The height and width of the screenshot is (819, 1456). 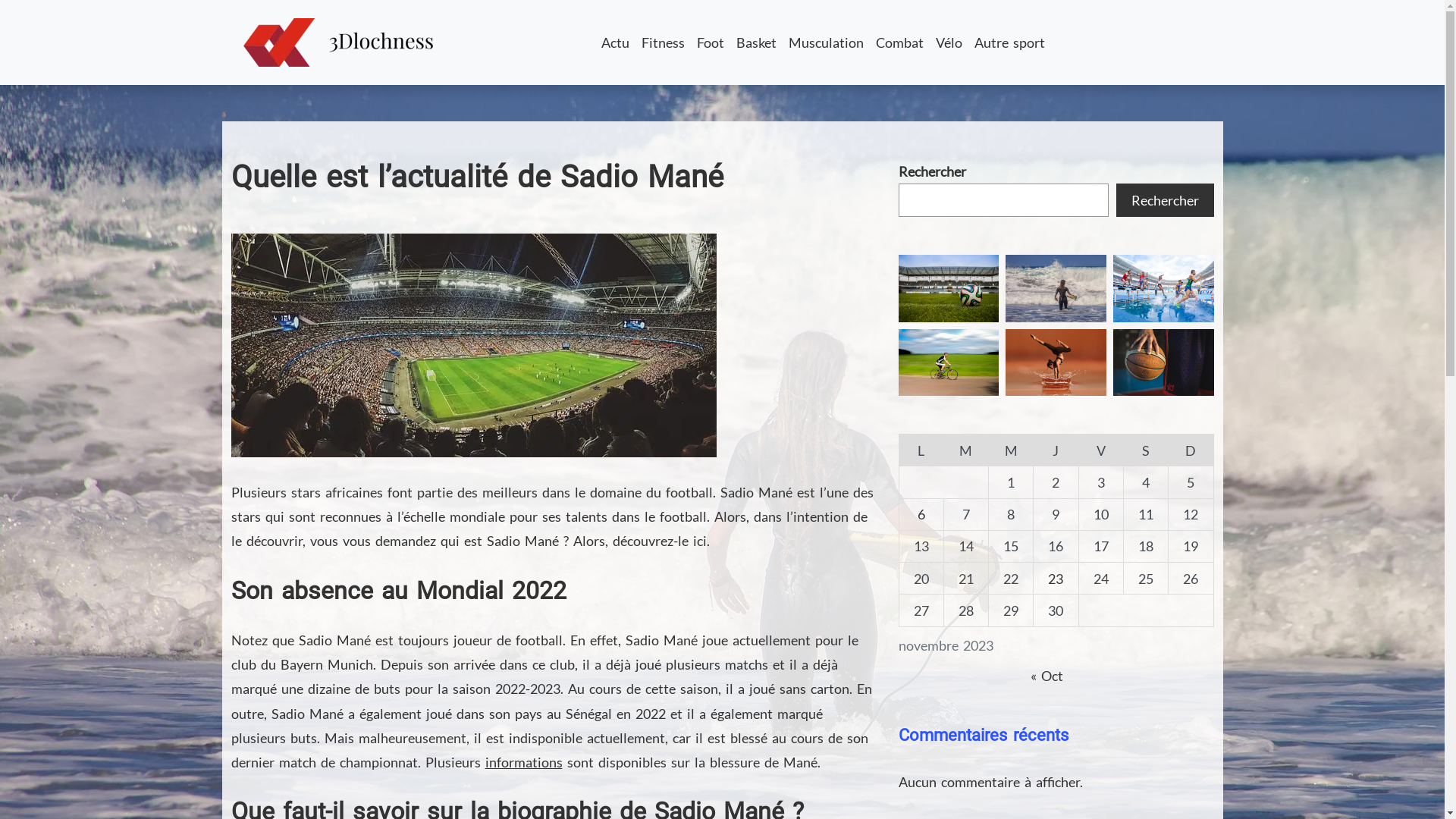 What do you see at coordinates (899, 42) in the screenshot?
I see `'Combat'` at bounding box center [899, 42].